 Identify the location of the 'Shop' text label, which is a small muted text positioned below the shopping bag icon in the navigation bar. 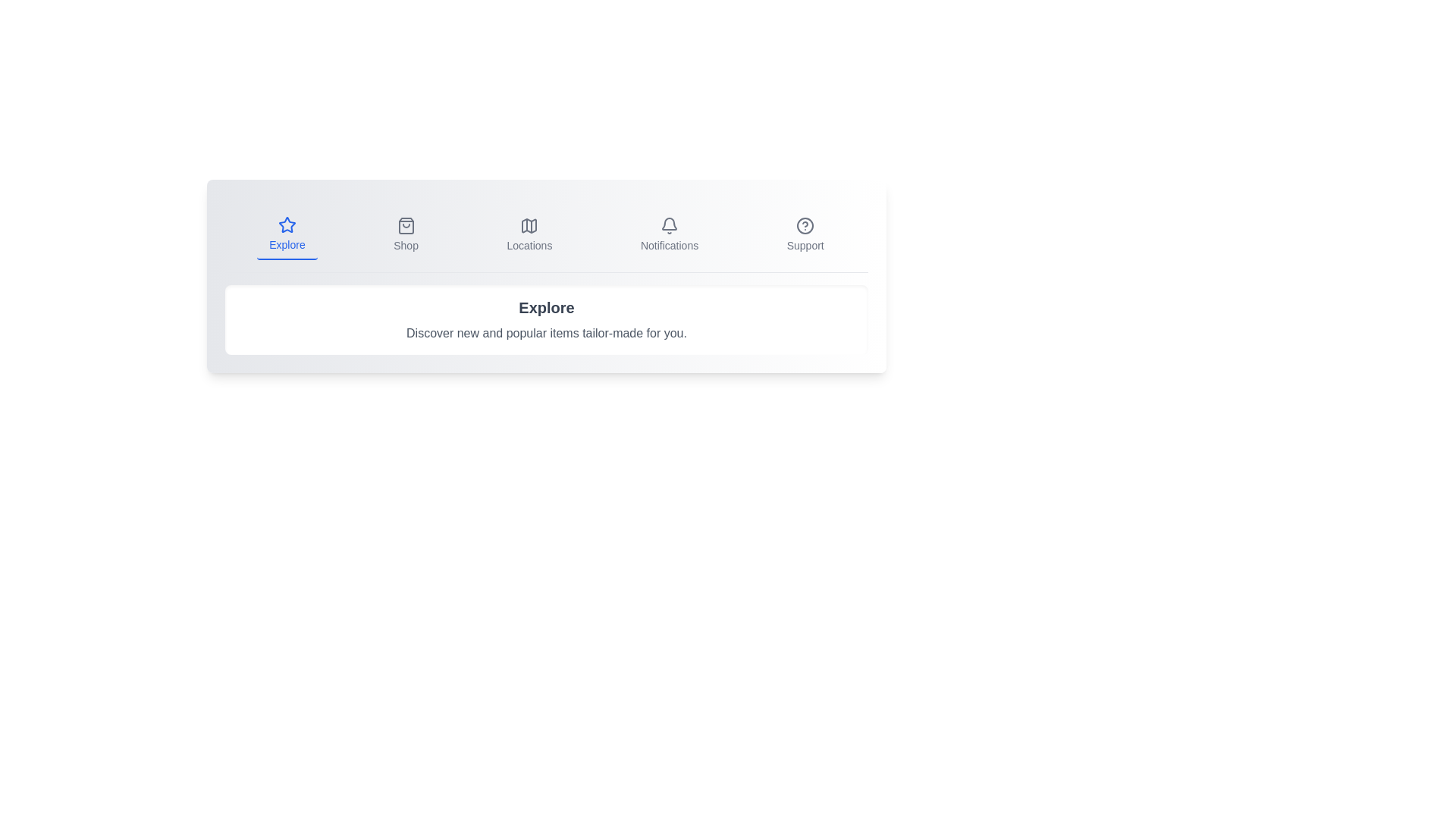
(406, 245).